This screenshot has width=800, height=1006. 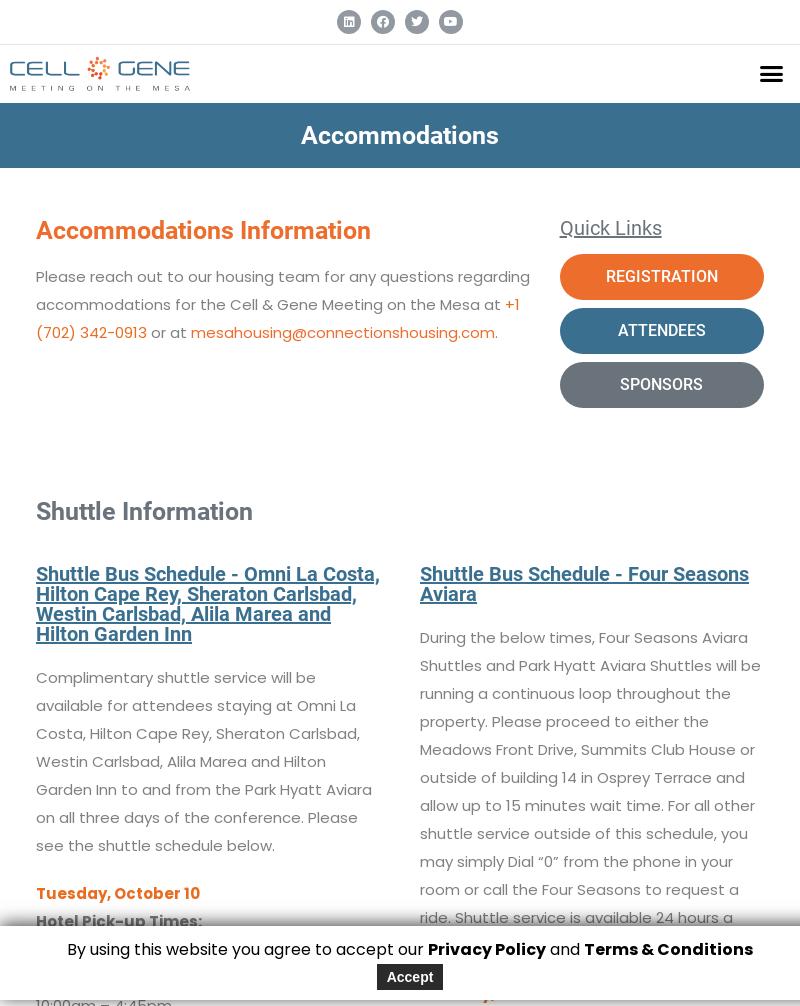 I want to click on 'SPONSORS', so click(x=660, y=382).